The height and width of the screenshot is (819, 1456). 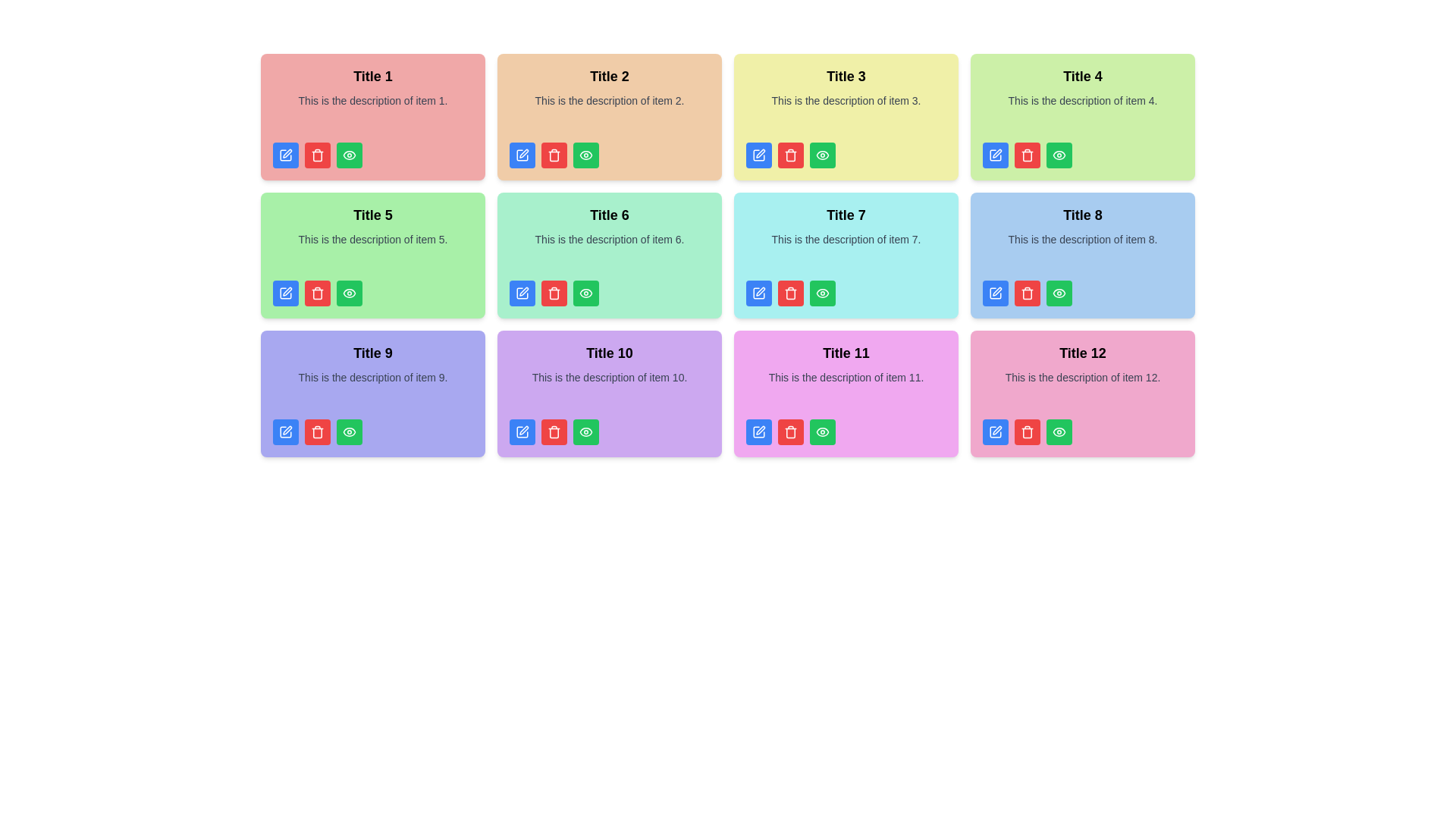 I want to click on the edit icon-button located in the lower left corner of the card titled 'Title 9' to initiate the edit action, so click(x=286, y=431).